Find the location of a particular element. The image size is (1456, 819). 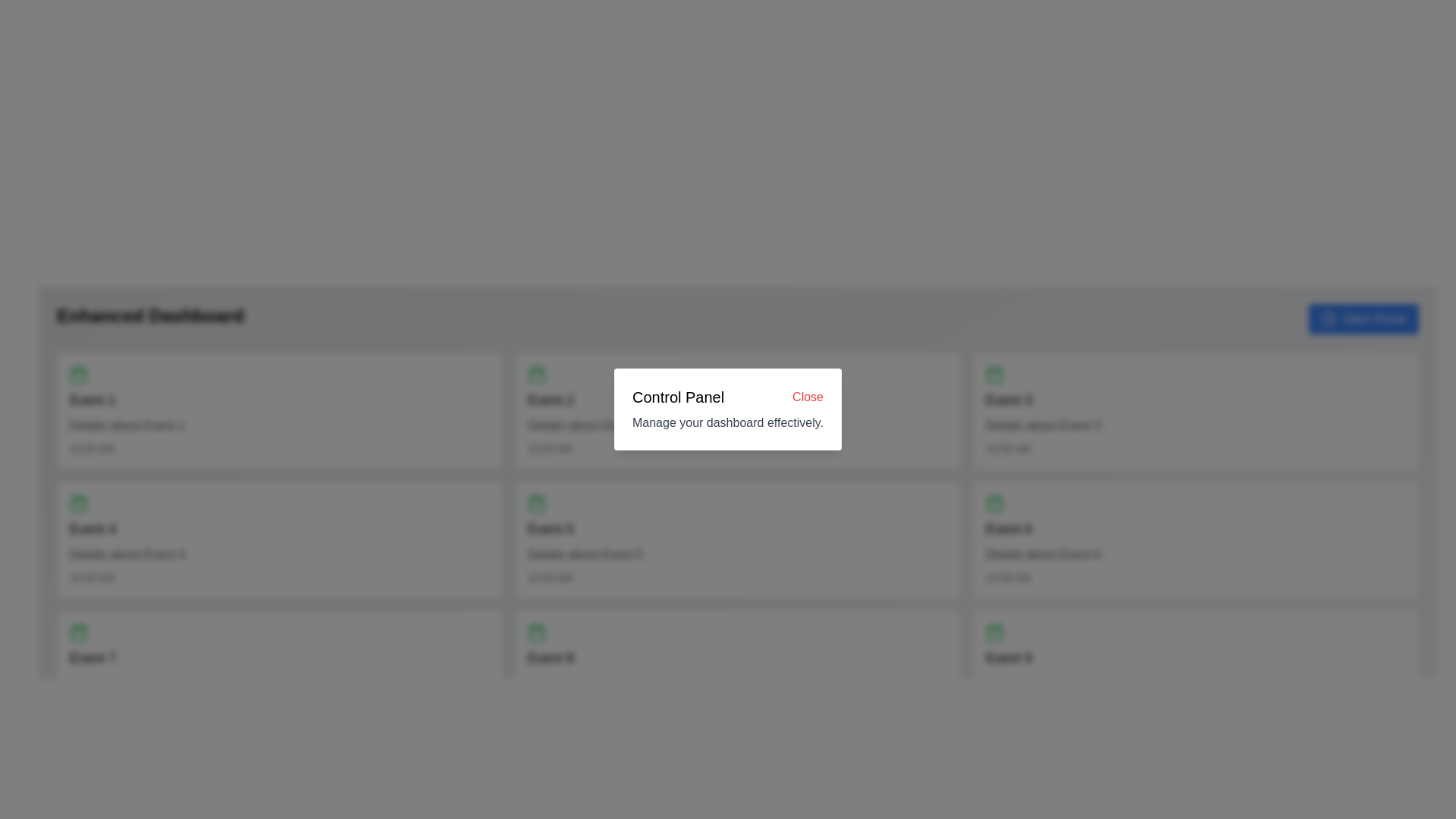

the fourth event card in the grid layout, which is a static card displaying event details is located at coordinates (280, 539).